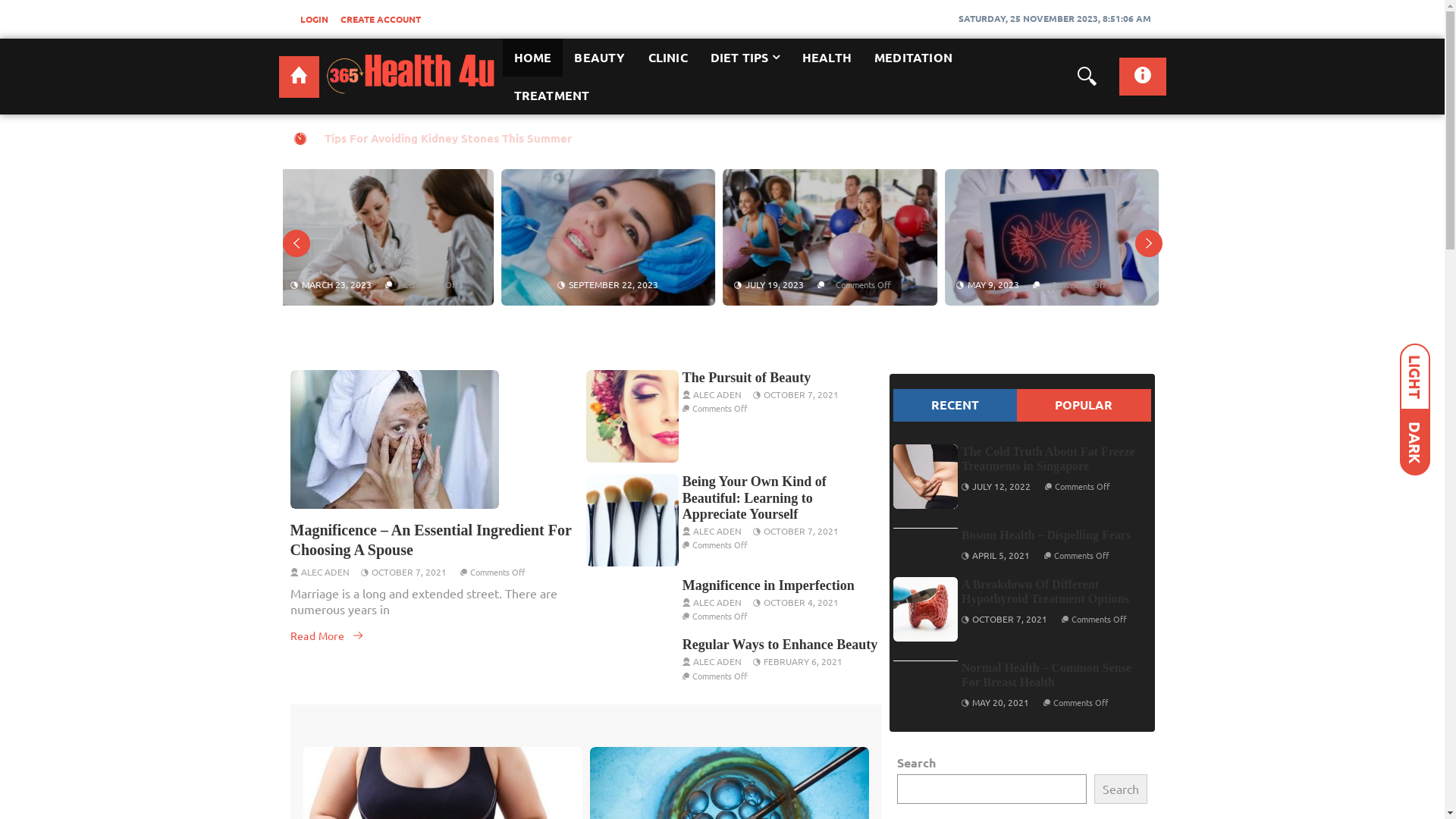 The height and width of the screenshot is (819, 1456). What do you see at coordinates (1001, 555) in the screenshot?
I see `'APRIL 5, 2021'` at bounding box center [1001, 555].